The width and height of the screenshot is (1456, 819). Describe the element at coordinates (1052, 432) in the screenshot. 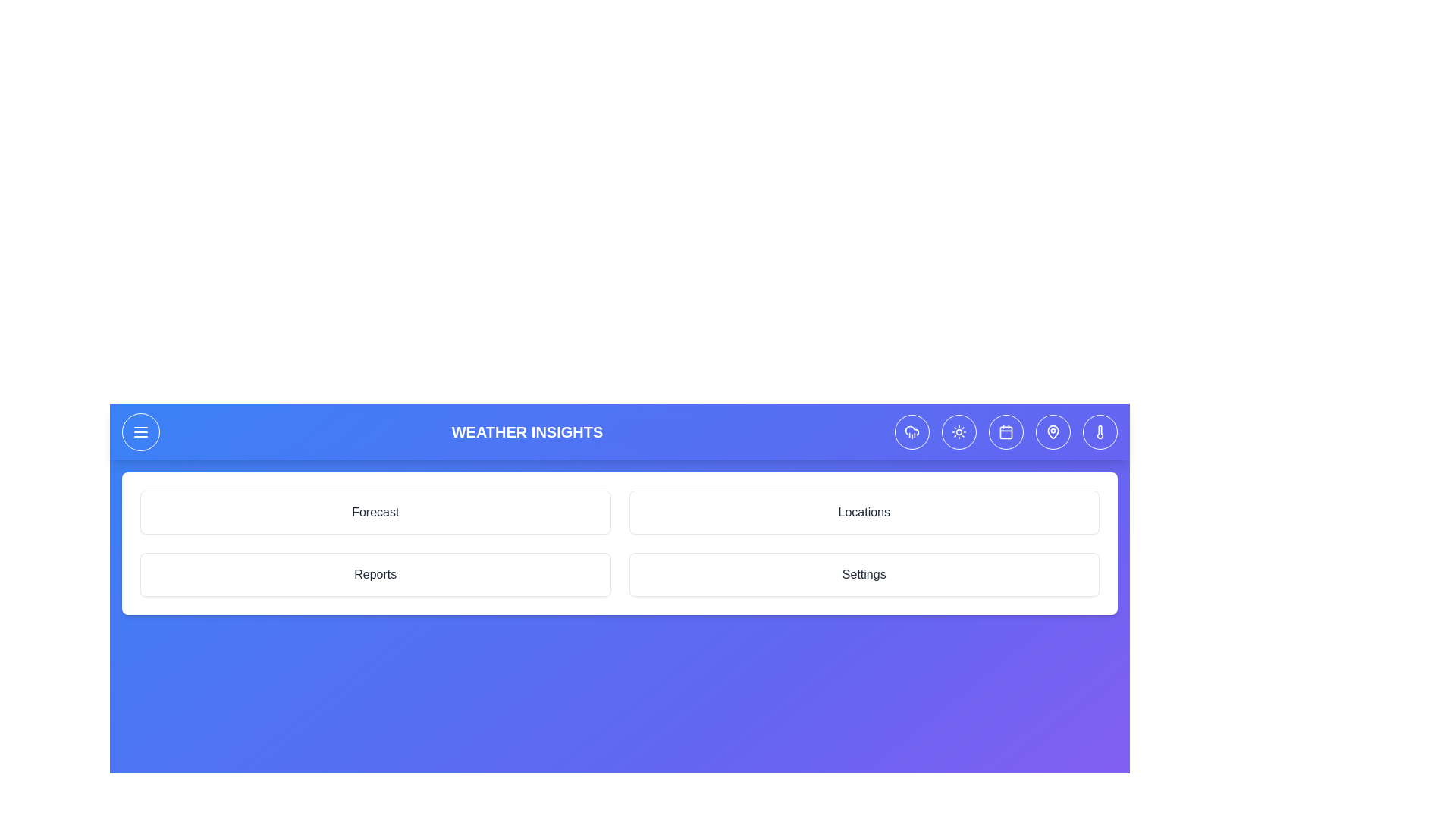

I see `the map_pin icon in the header` at that location.